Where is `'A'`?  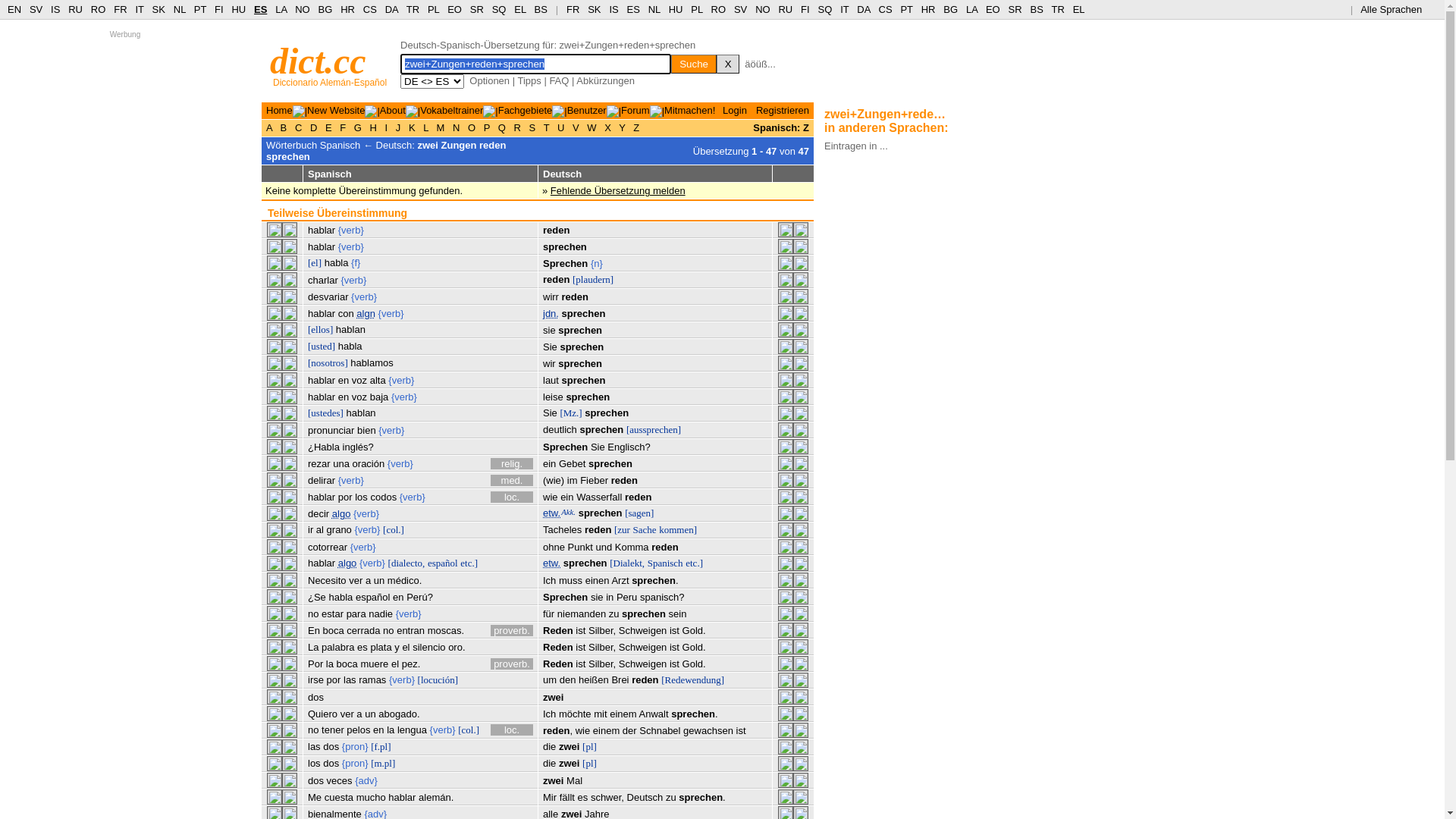 'A' is located at coordinates (265, 127).